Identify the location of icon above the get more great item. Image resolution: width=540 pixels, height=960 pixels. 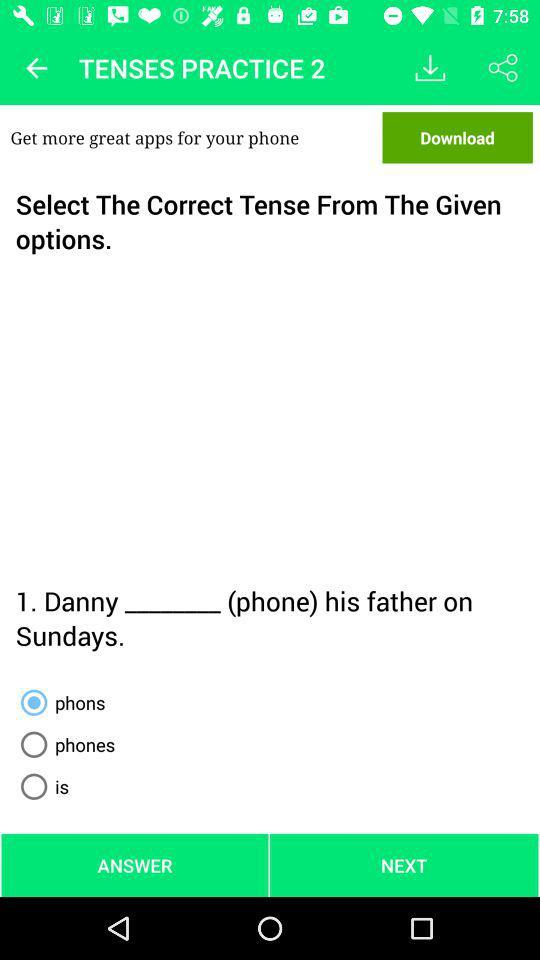
(36, 68).